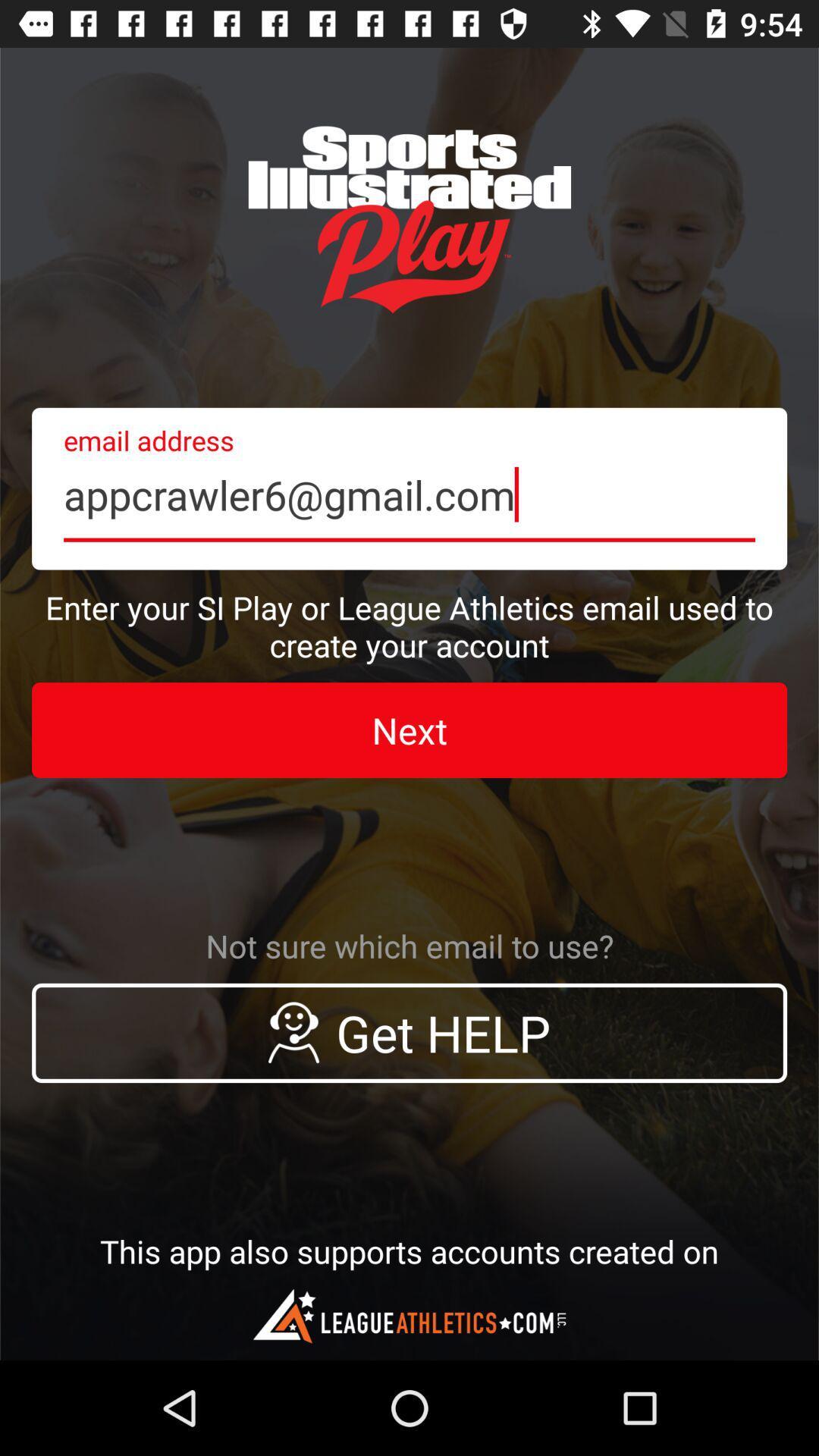 The image size is (819, 1456). Describe the element at coordinates (409, 730) in the screenshot. I see `next item` at that location.